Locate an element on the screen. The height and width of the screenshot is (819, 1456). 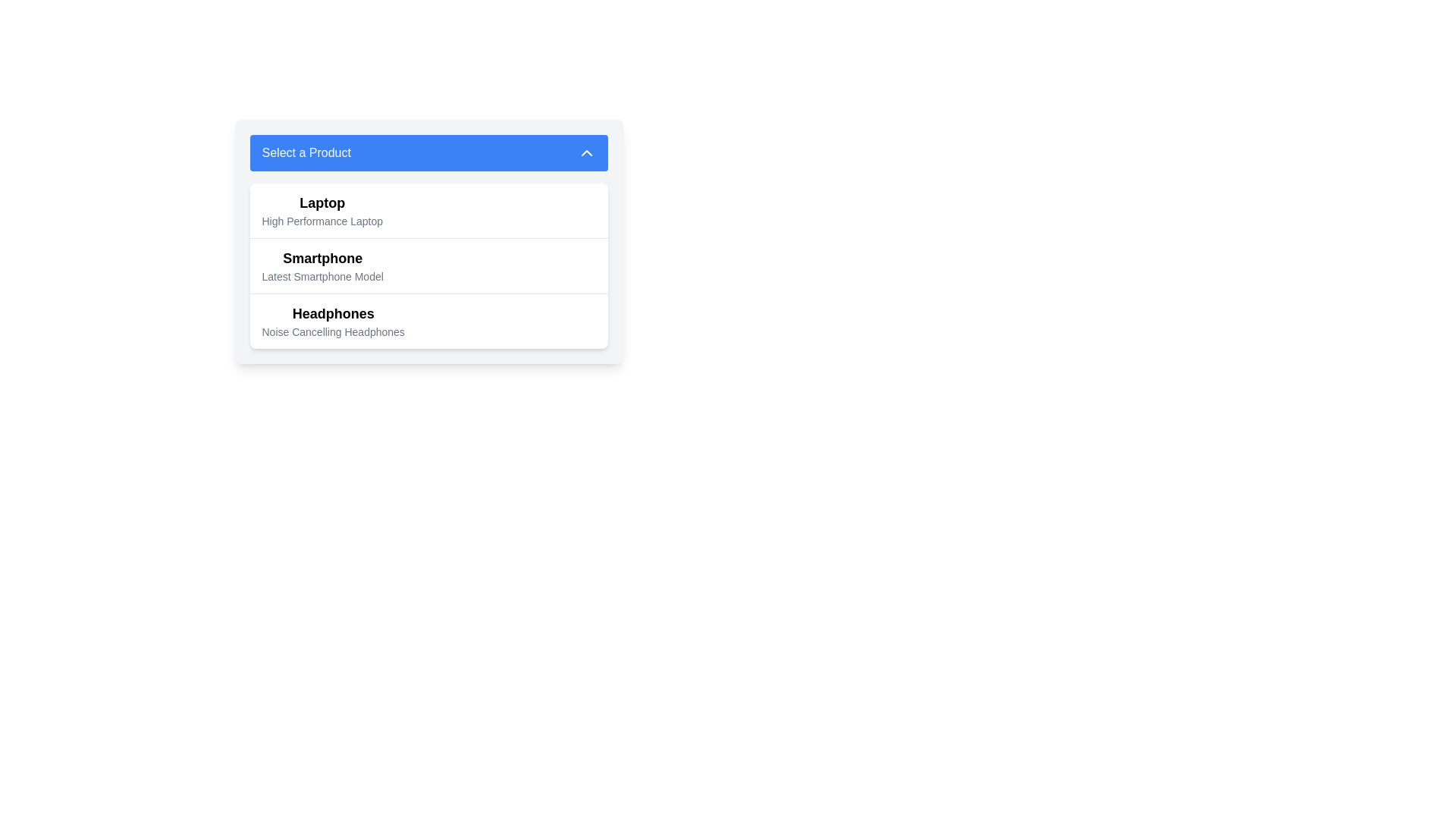
the second list item representing a smartphone is located at coordinates (322, 265).